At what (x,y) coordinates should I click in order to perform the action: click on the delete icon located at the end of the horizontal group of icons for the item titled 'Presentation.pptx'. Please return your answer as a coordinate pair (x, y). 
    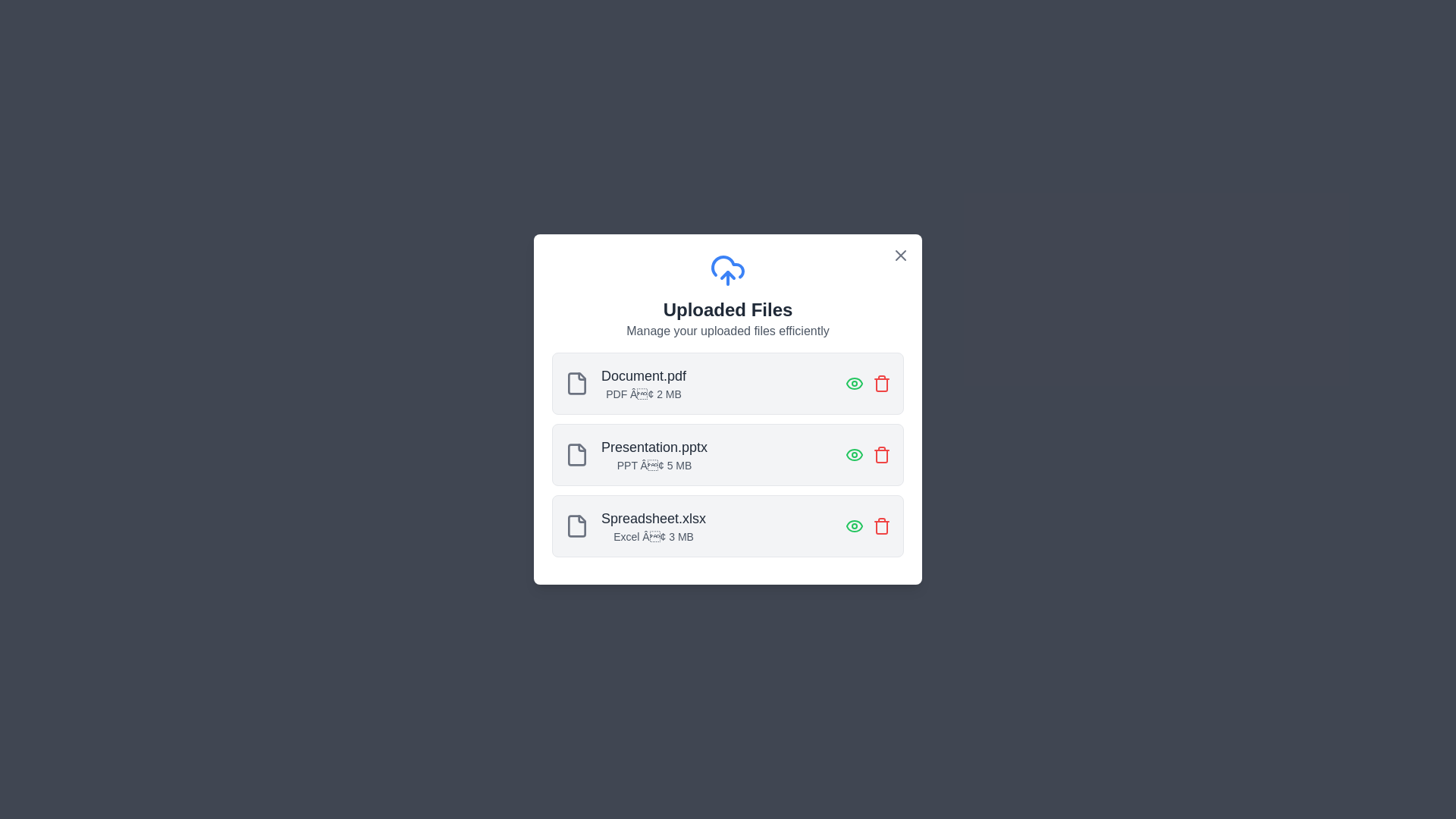
    Looking at the image, I should click on (881, 454).